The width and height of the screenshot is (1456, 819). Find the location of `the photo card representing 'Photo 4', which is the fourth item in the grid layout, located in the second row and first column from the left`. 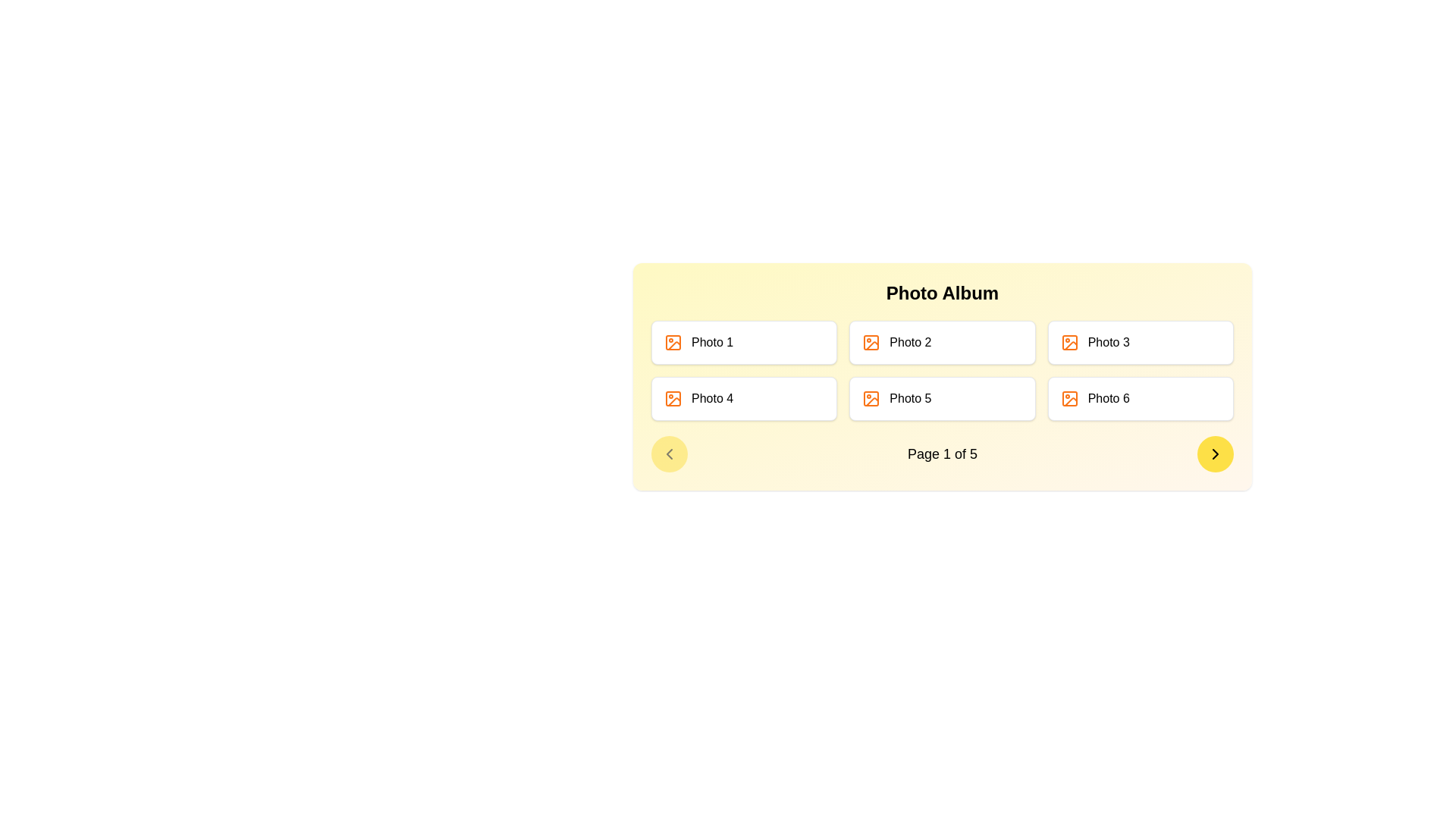

the photo card representing 'Photo 4', which is the fourth item in the grid layout, located in the second row and first column from the left is located at coordinates (744, 397).